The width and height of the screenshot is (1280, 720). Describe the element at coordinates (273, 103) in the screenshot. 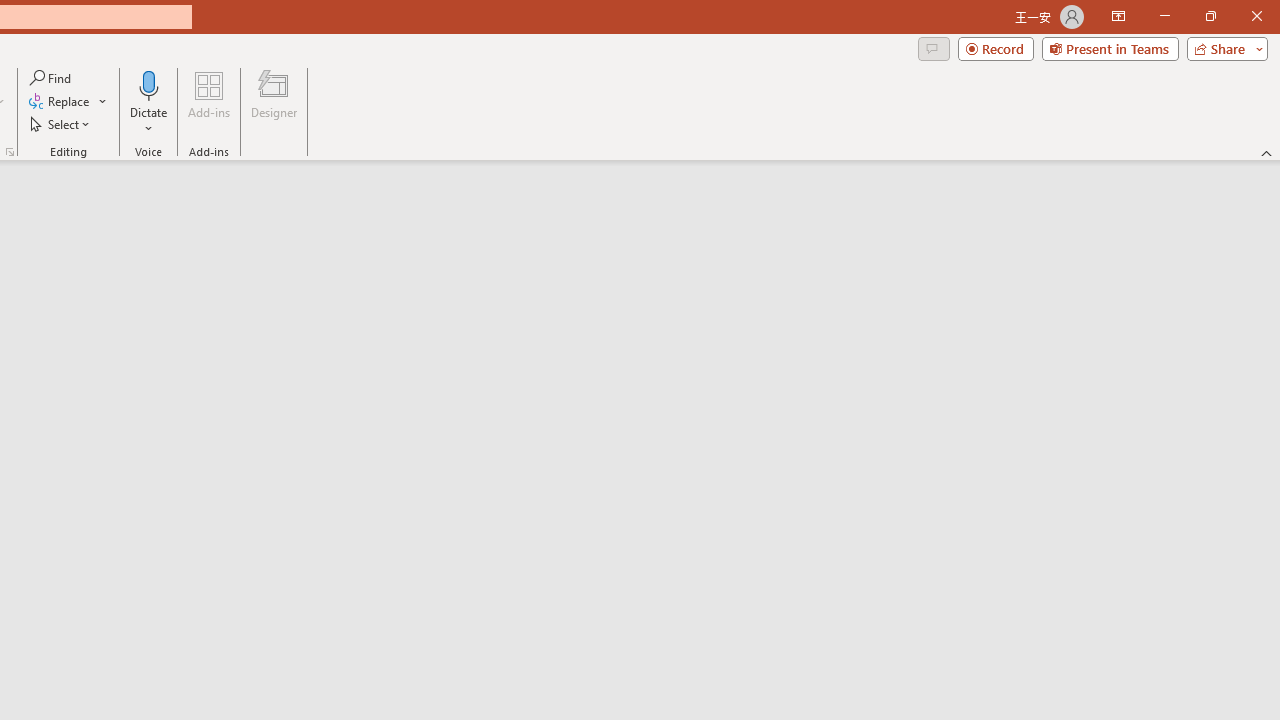

I see `'Designer'` at that location.